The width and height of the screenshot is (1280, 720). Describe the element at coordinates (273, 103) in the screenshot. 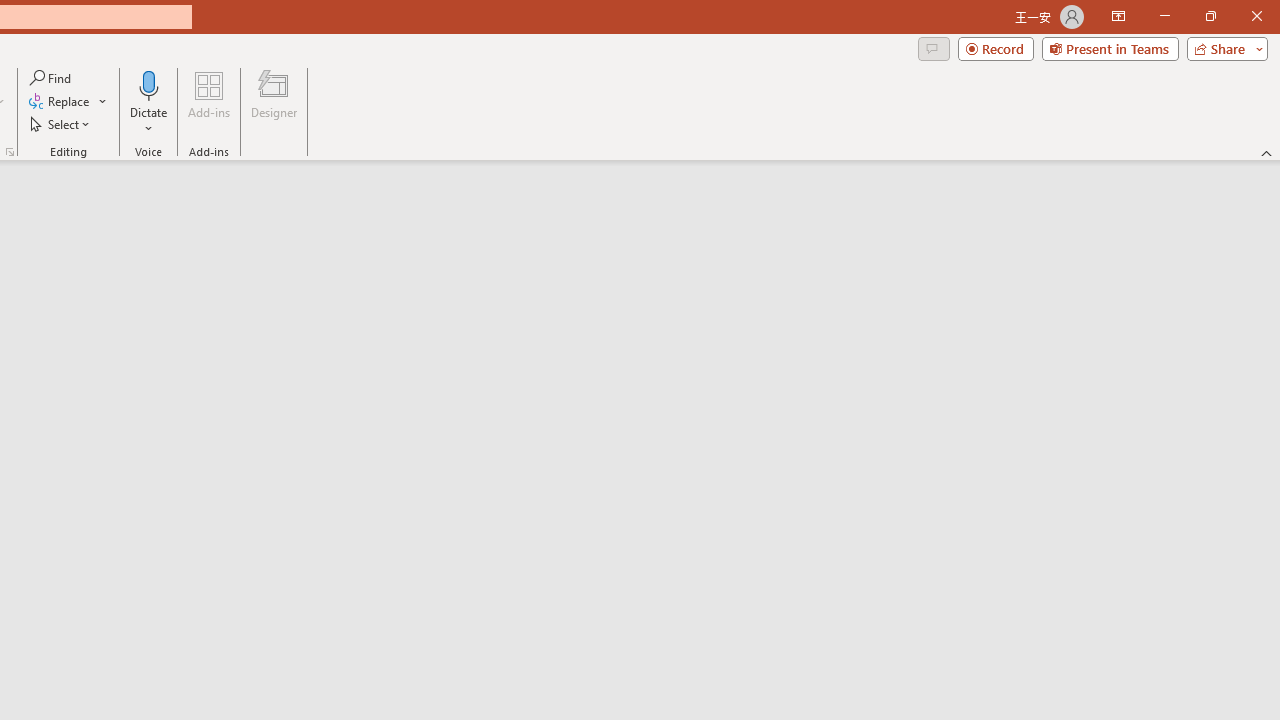

I see `'Designer'` at that location.